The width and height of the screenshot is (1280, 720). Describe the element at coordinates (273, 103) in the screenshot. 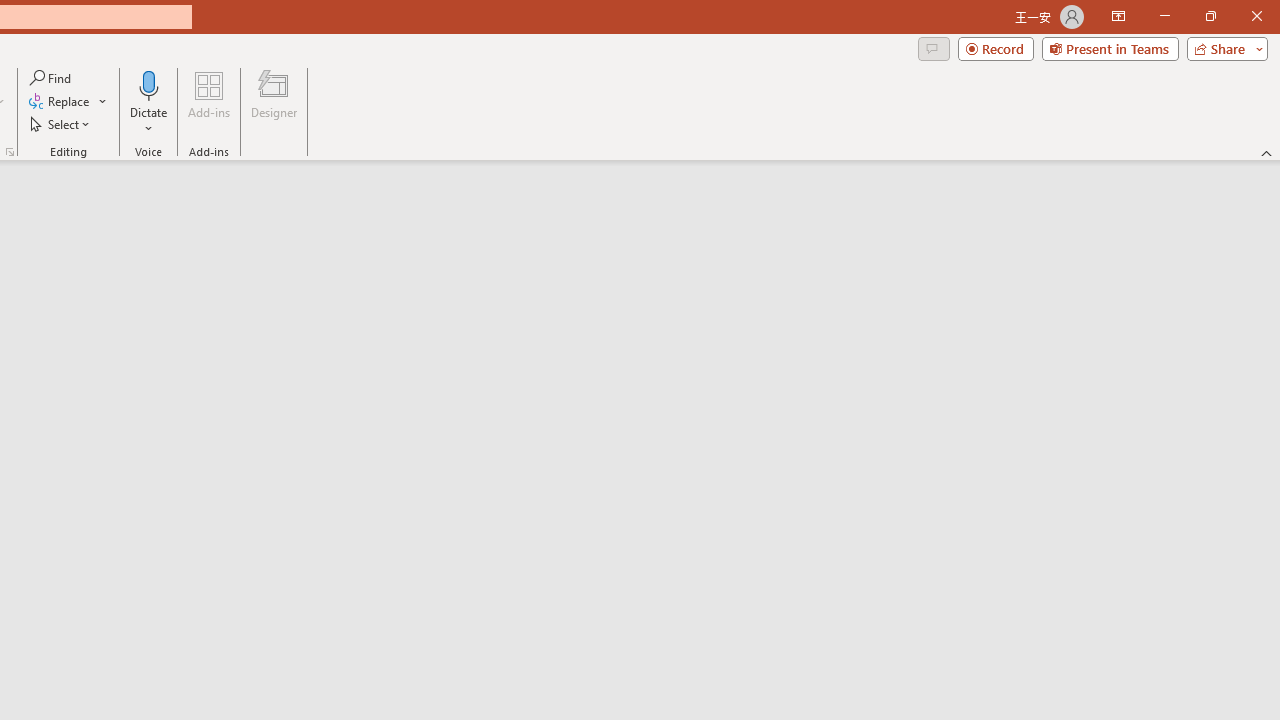

I see `'Designer'` at that location.